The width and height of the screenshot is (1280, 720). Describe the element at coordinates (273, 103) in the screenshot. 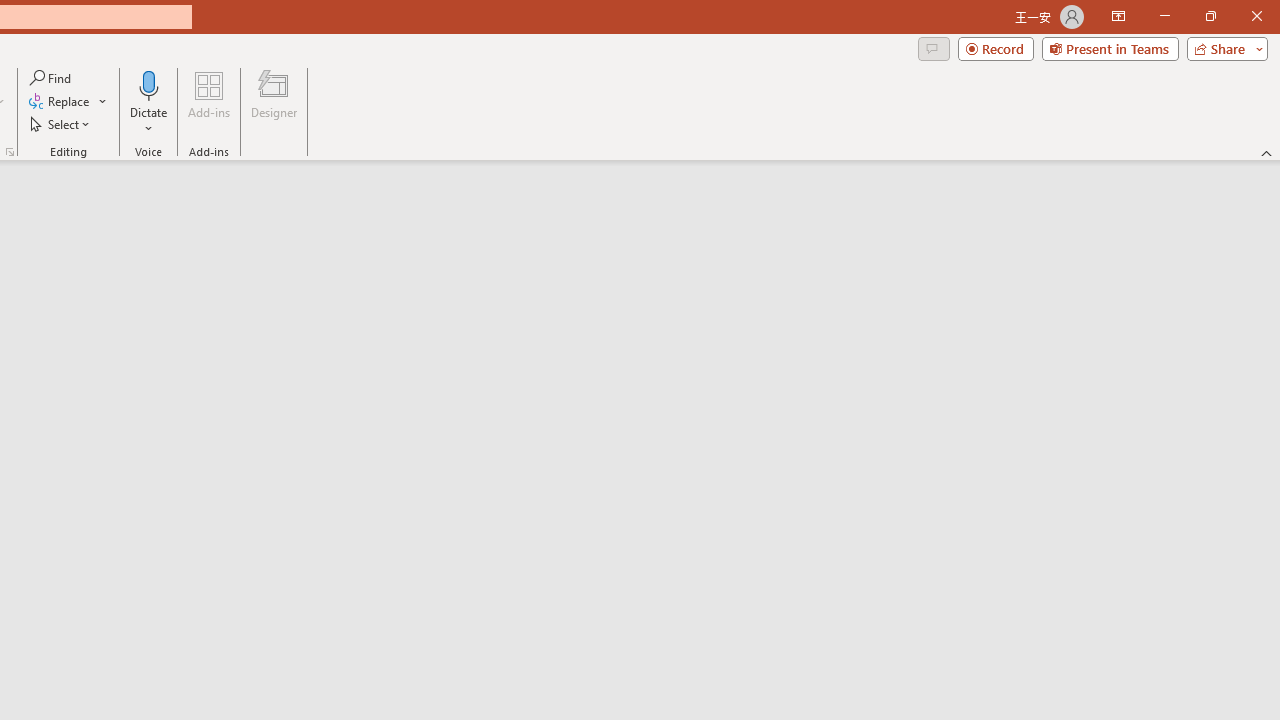

I see `'Designer'` at that location.